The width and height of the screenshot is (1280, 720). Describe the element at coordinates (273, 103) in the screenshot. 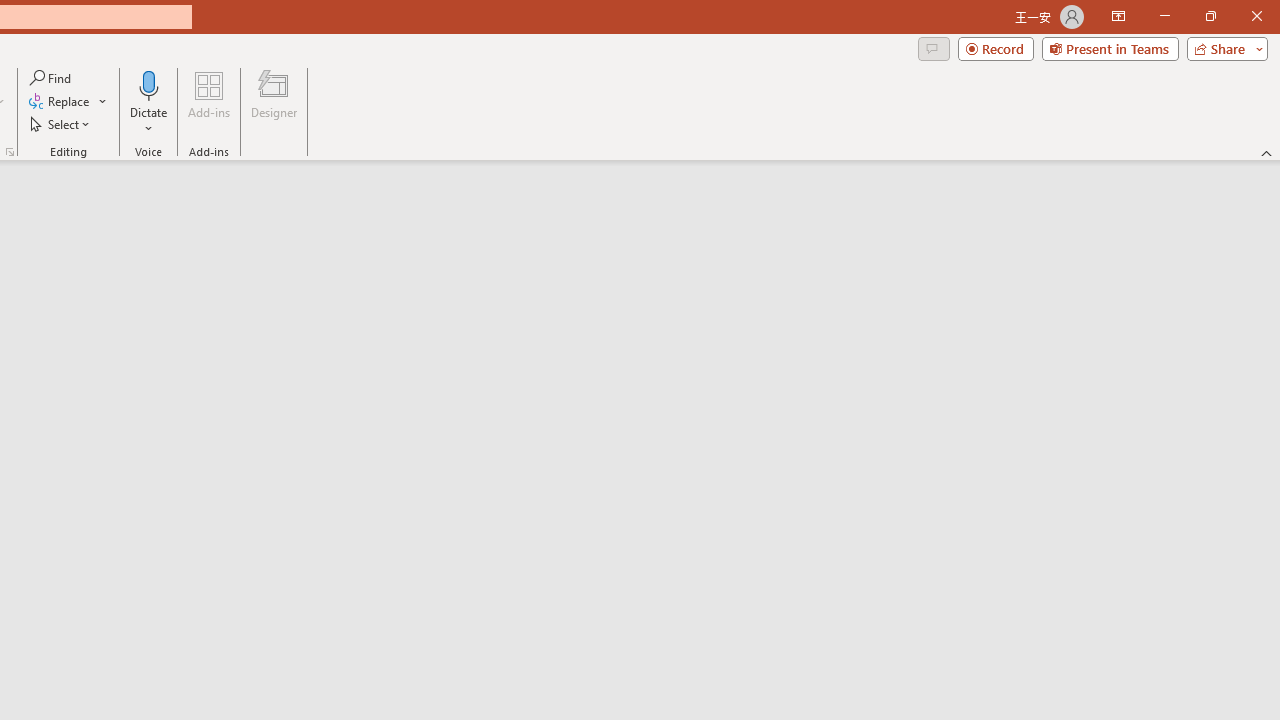

I see `'Designer'` at that location.